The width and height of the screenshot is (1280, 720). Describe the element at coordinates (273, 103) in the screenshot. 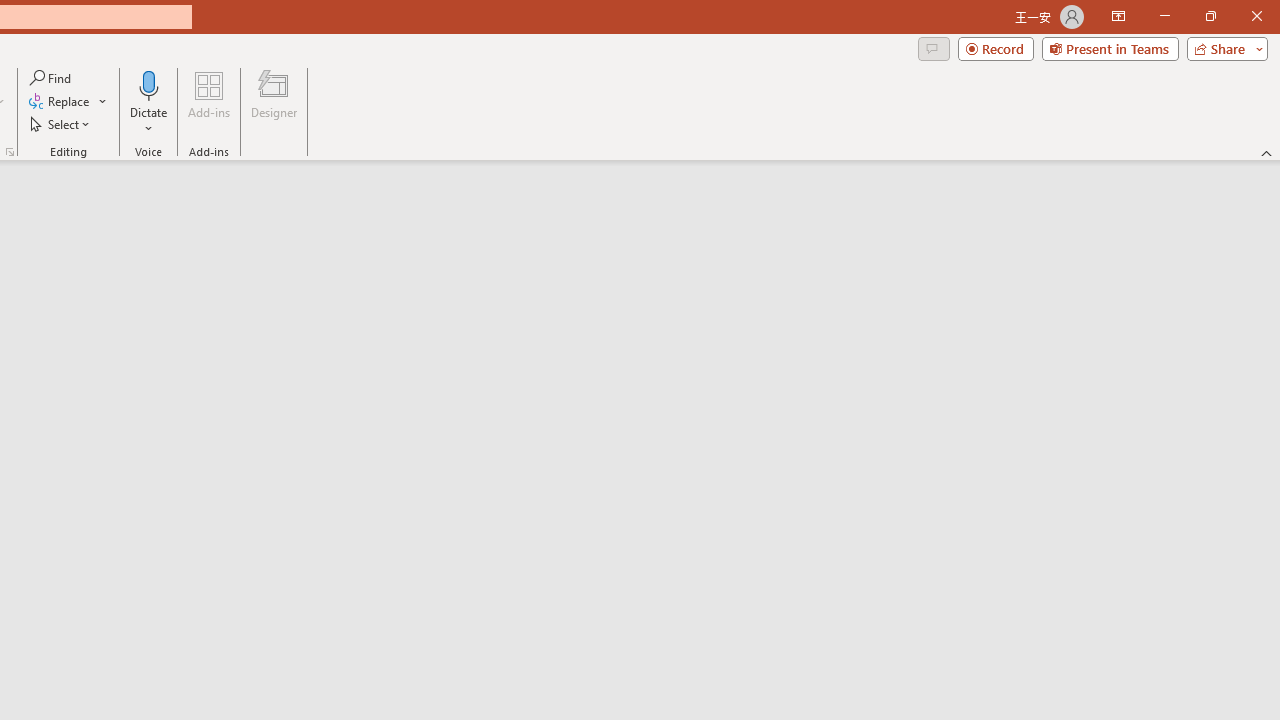

I see `'Designer'` at that location.